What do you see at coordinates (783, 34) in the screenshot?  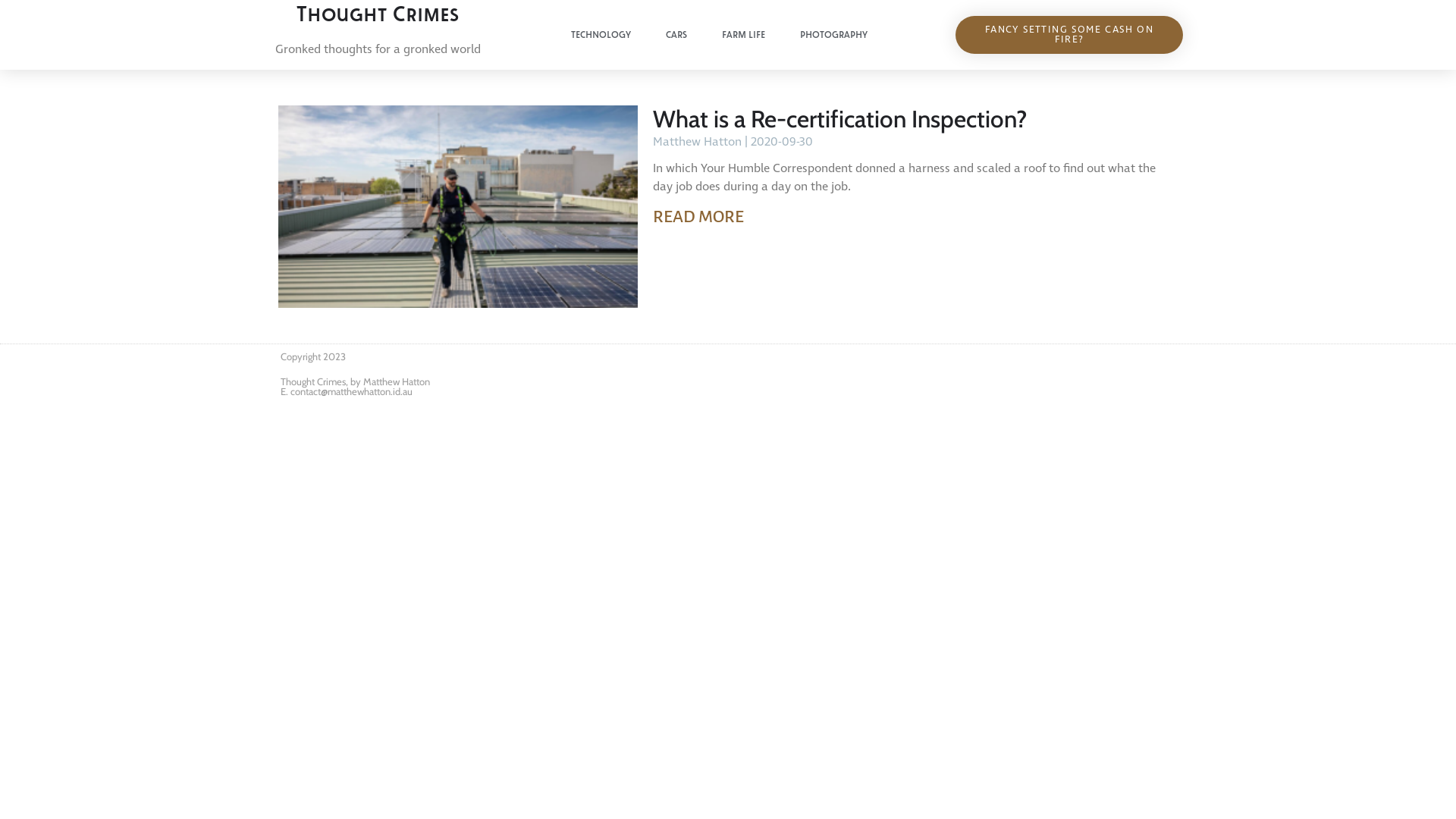 I see `'PHOTOGRAPHY'` at bounding box center [783, 34].